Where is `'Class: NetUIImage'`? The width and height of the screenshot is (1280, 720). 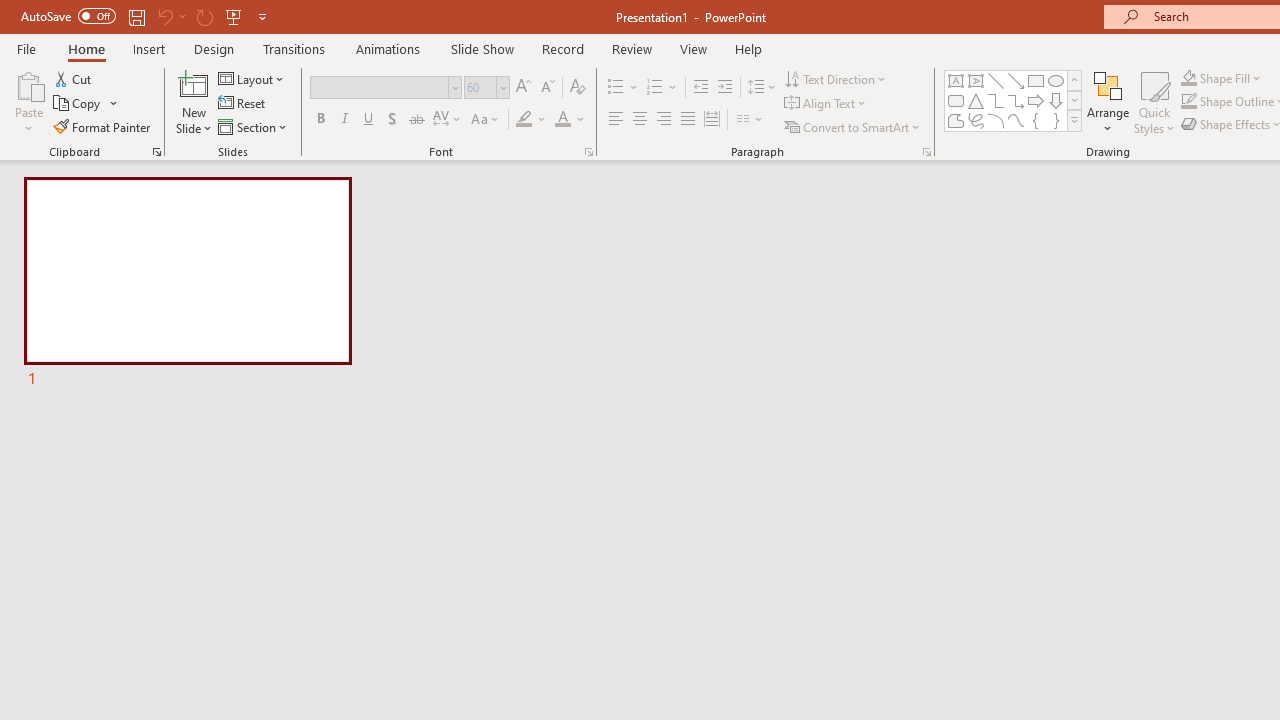 'Class: NetUIImage' is located at coordinates (1074, 120).